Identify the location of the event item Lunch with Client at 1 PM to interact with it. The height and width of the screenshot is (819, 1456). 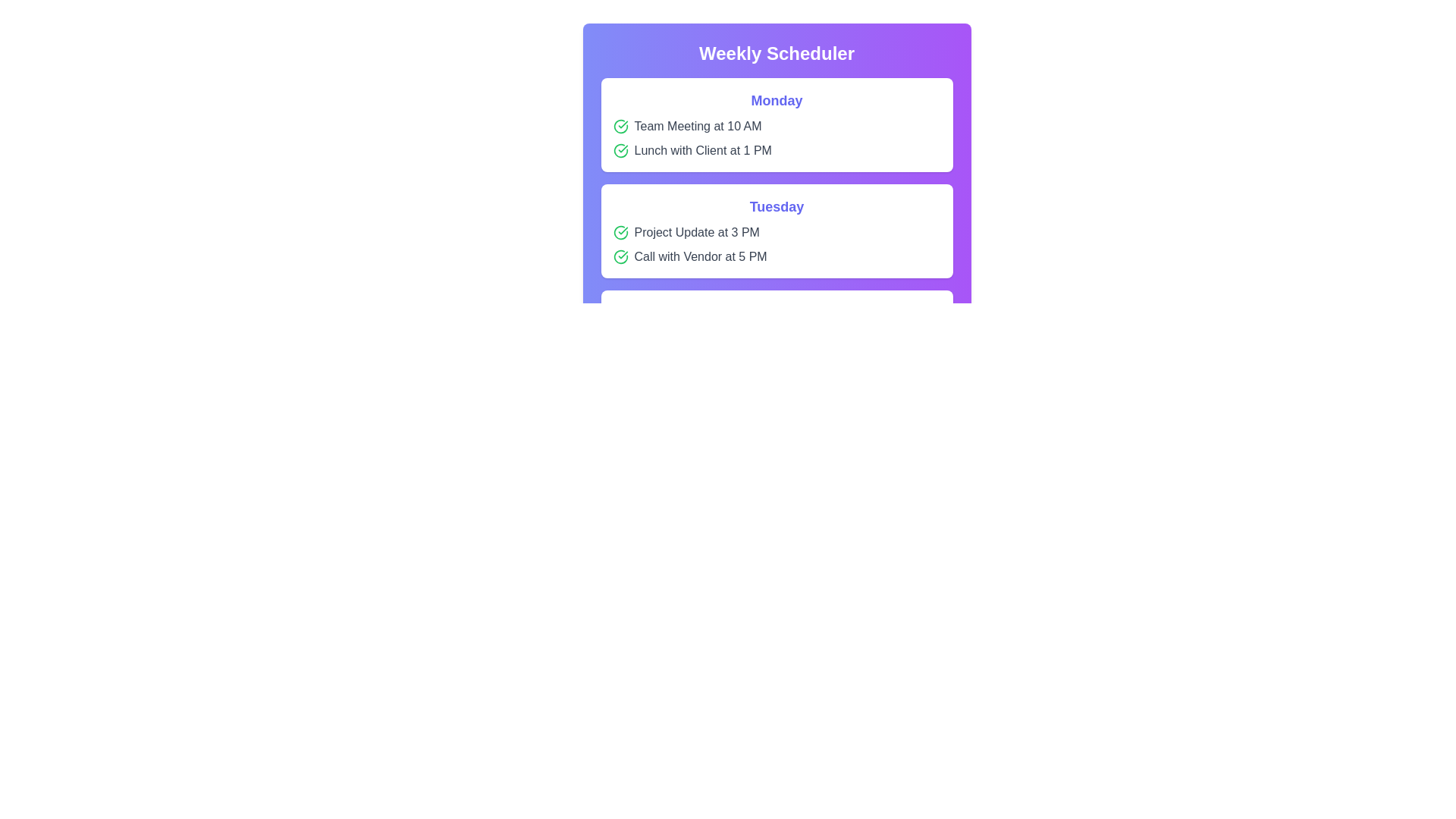
(777, 151).